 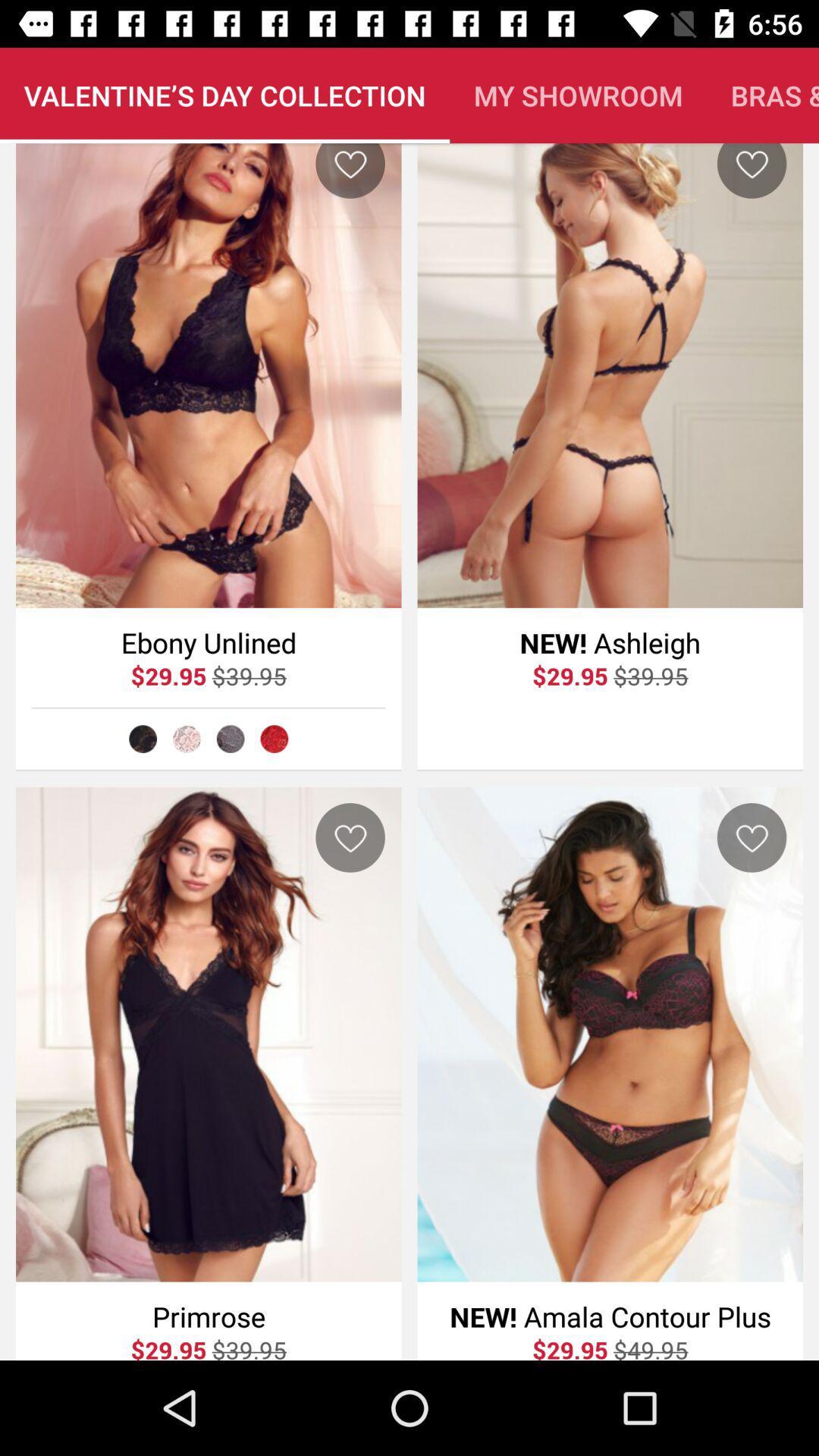 What do you see at coordinates (231, 739) in the screenshot?
I see `item below 29 95 39 item` at bounding box center [231, 739].